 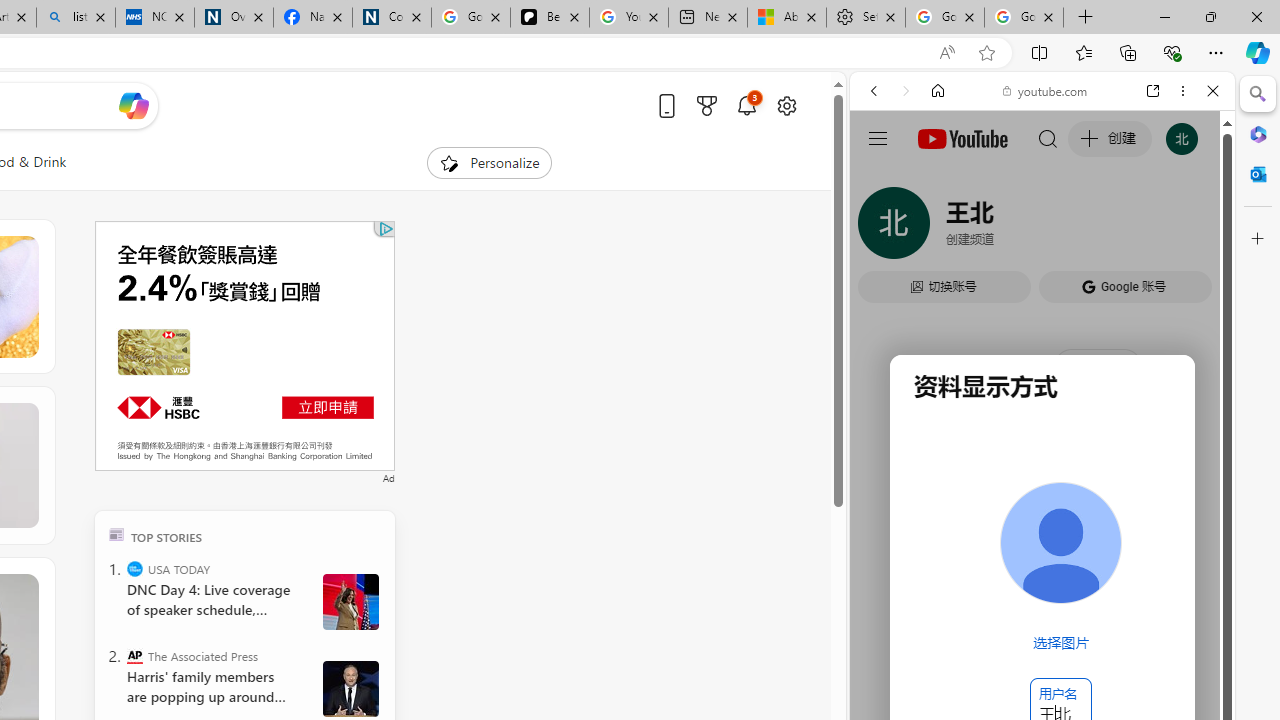 What do you see at coordinates (385, 227) in the screenshot?
I see `'Class: qc-adchoices-link top-right '` at bounding box center [385, 227].